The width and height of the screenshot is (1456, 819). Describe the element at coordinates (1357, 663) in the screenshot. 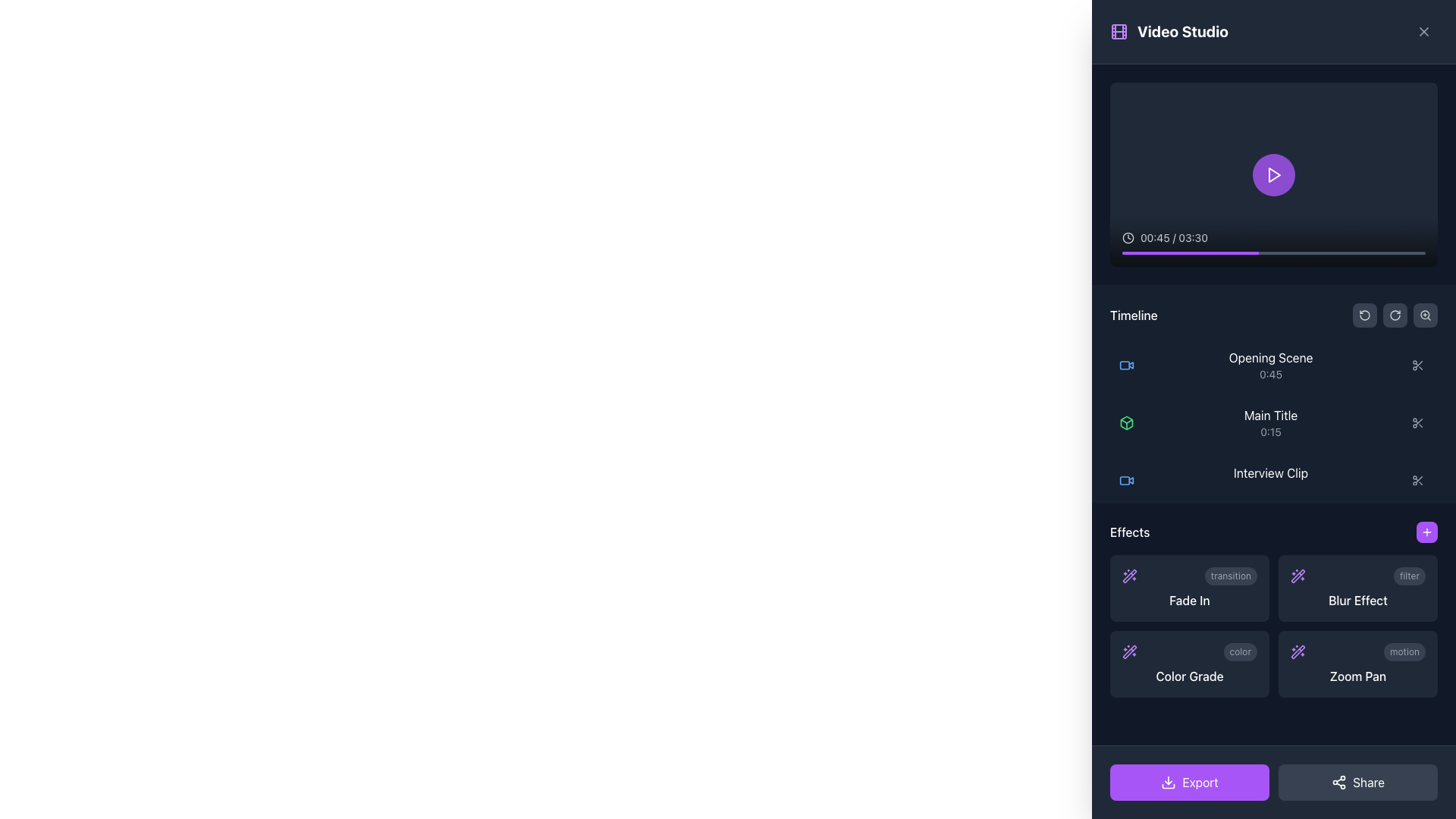

I see `the 'Zoom Pan' button with a dark gray background and a small purple sparkles icon, located` at that location.